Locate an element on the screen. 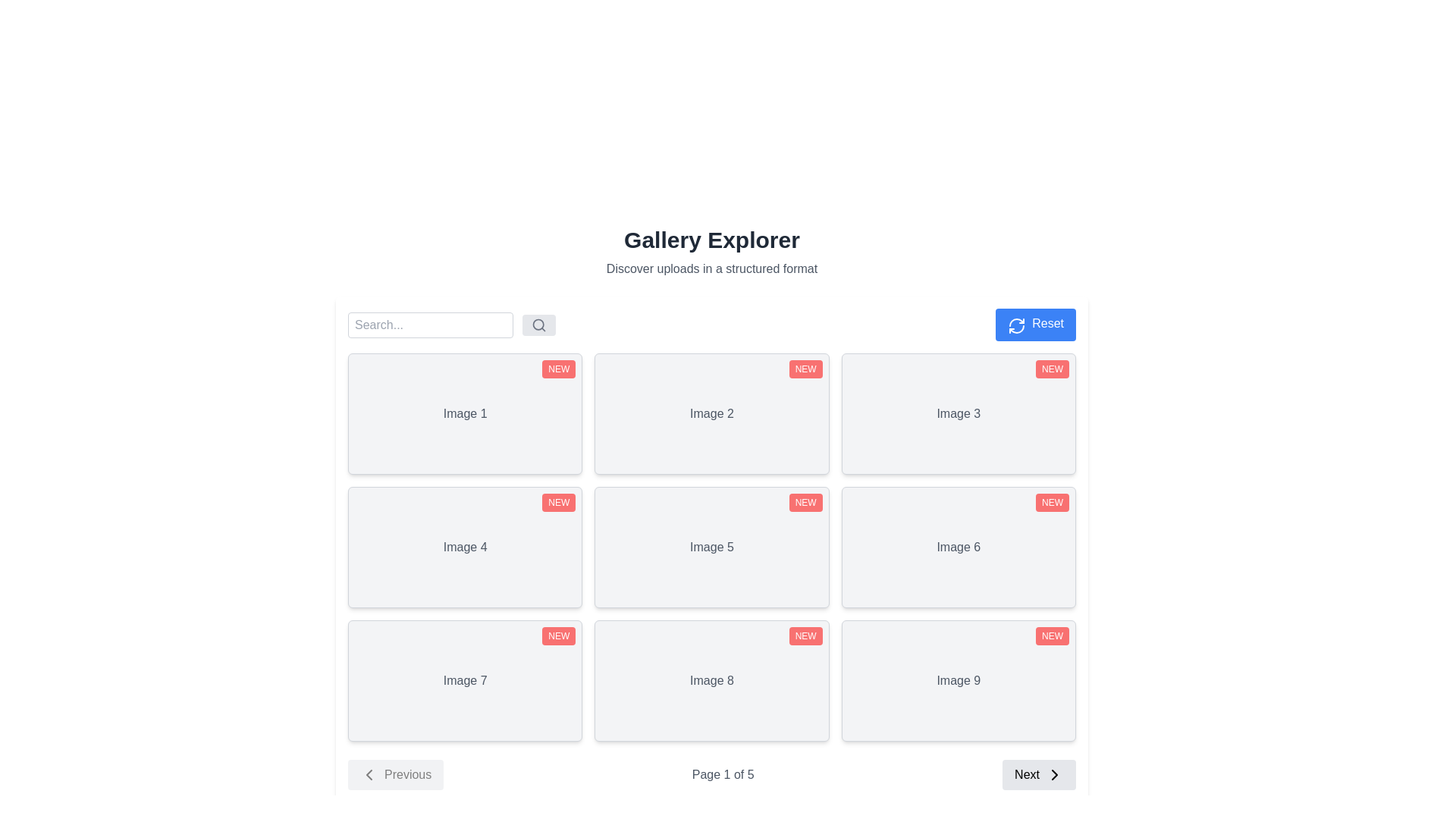  the badge label in the top-right corner that indicates new or updated content, associated with 'Image 5' is located at coordinates (805, 503).